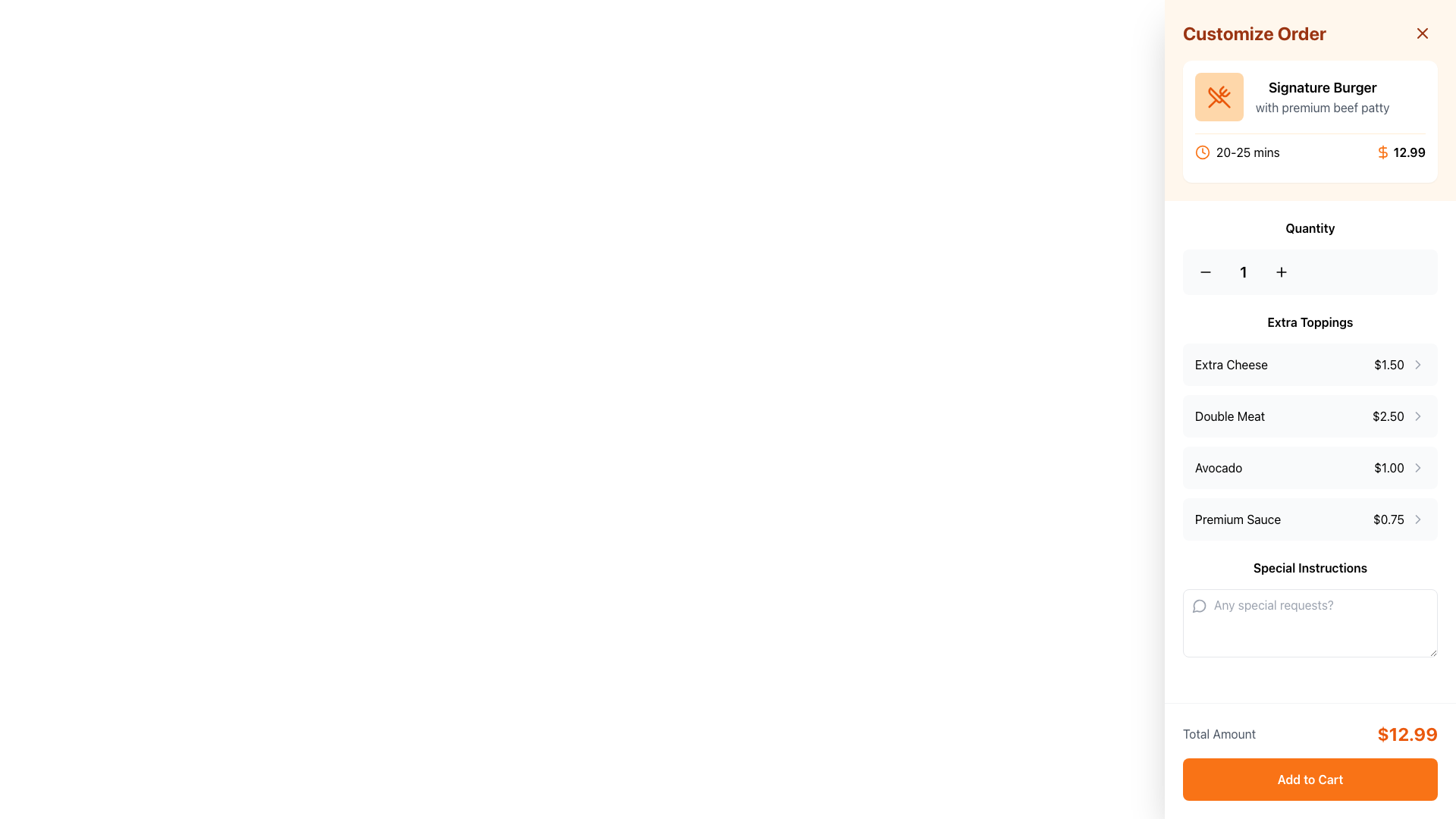 The height and width of the screenshot is (819, 1456). What do you see at coordinates (1247, 152) in the screenshot?
I see `the static text displaying the estimated delivery or preparation time for the item in the 'Customize Order' section, which is located in the top-right quadrant of the interface, to the right of the orange clock icon` at bounding box center [1247, 152].